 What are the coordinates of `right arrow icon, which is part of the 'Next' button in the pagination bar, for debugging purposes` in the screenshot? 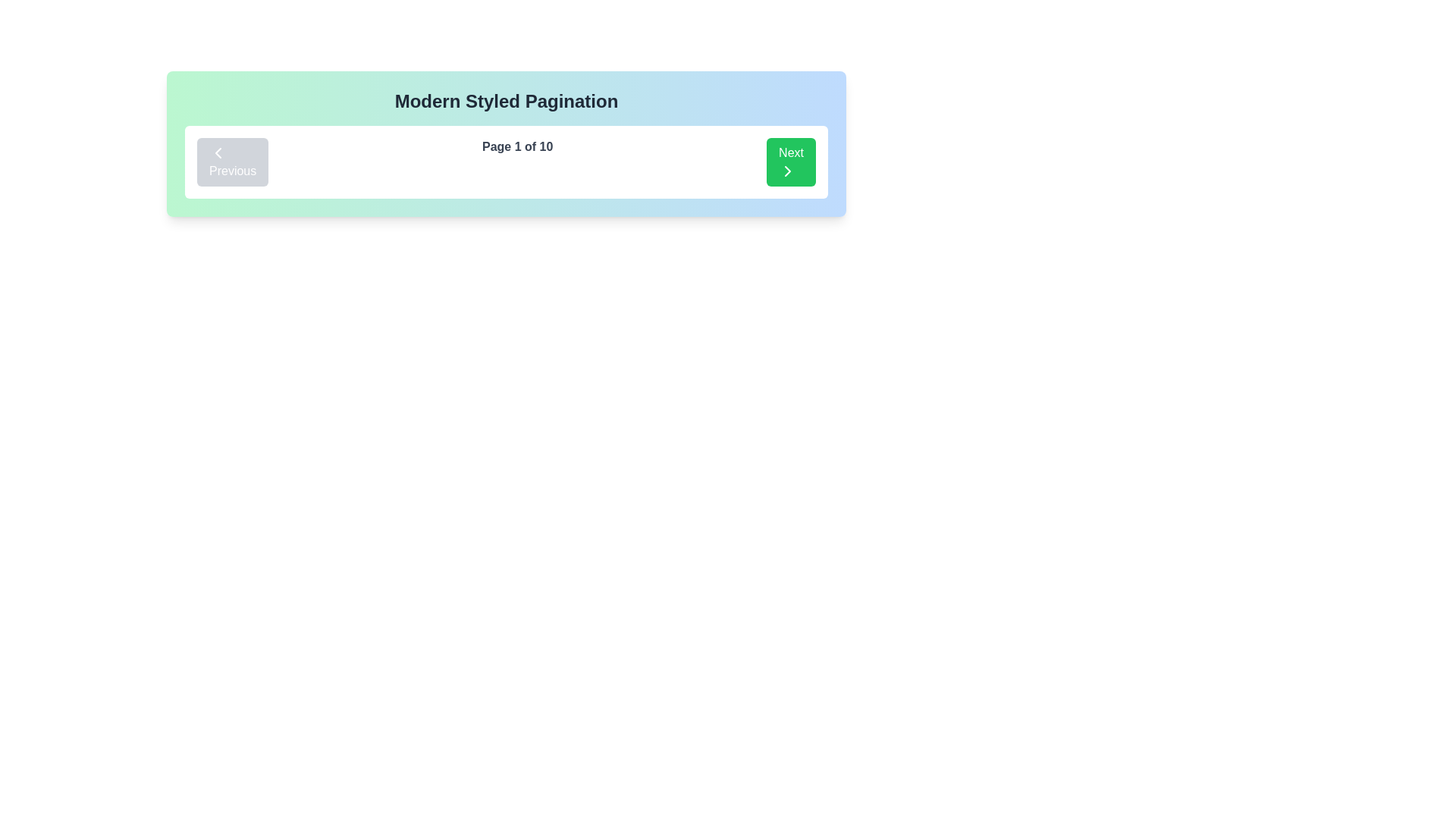 It's located at (788, 171).